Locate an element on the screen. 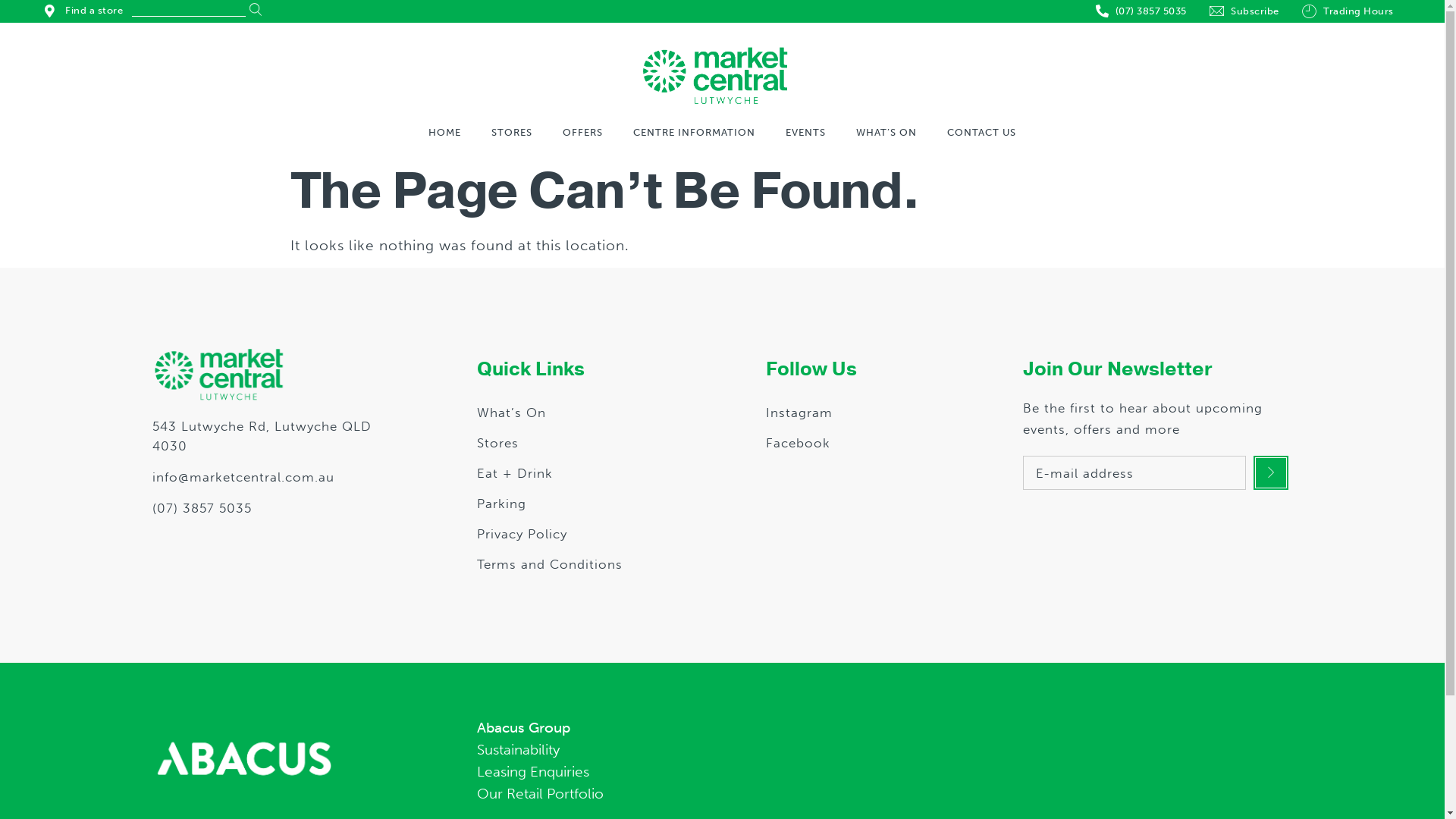 The width and height of the screenshot is (1456, 819). 'Subscribe' is located at coordinates (1244, 11).